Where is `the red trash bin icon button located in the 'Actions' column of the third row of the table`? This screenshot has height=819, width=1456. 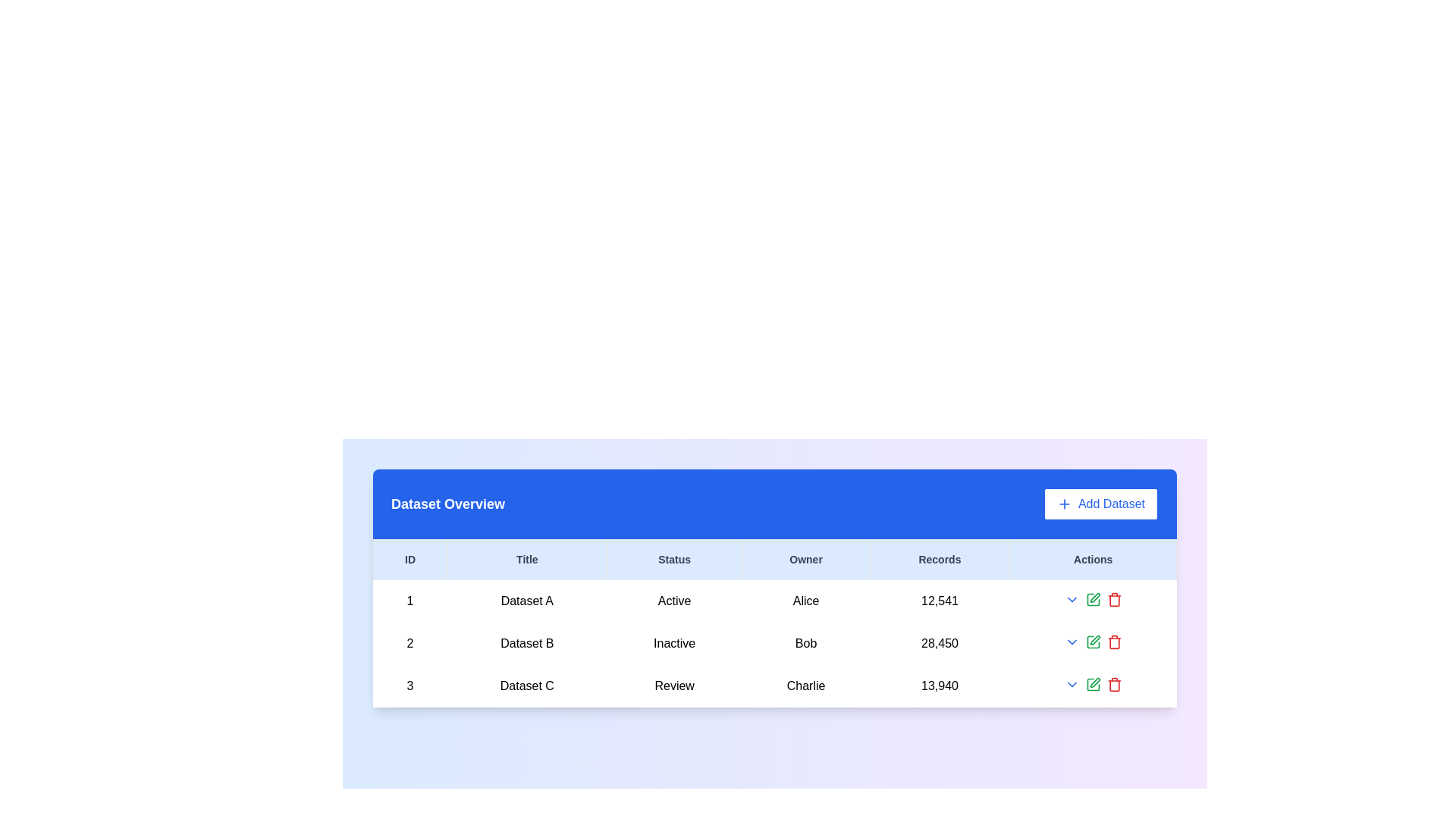
the red trash bin icon button located in the 'Actions' column of the third row of the table is located at coordinates (1114, 684).